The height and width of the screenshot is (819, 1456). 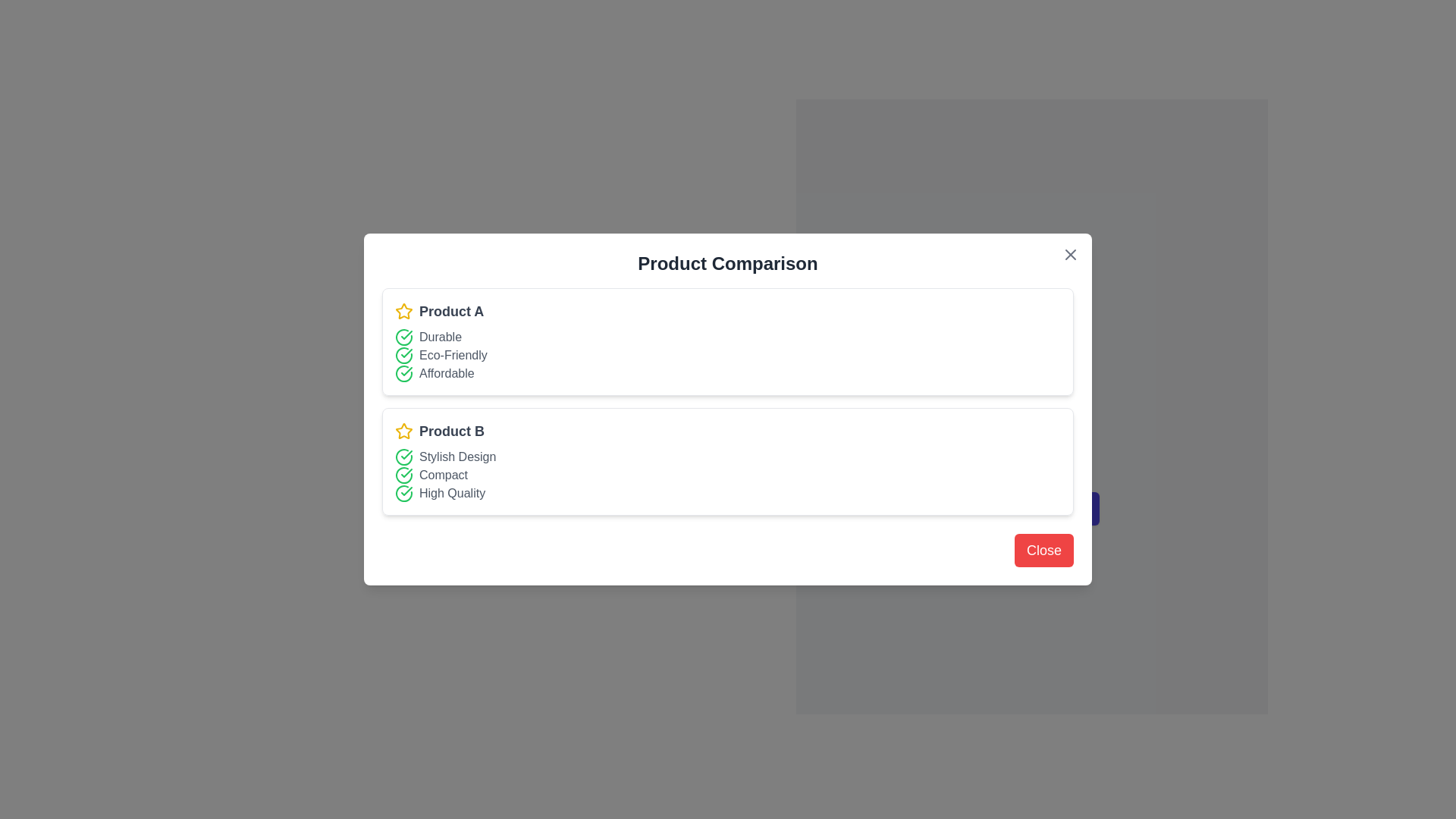 I want to click on the close button located at the top-right corner of the modal window, so click(x=1069, y=253).